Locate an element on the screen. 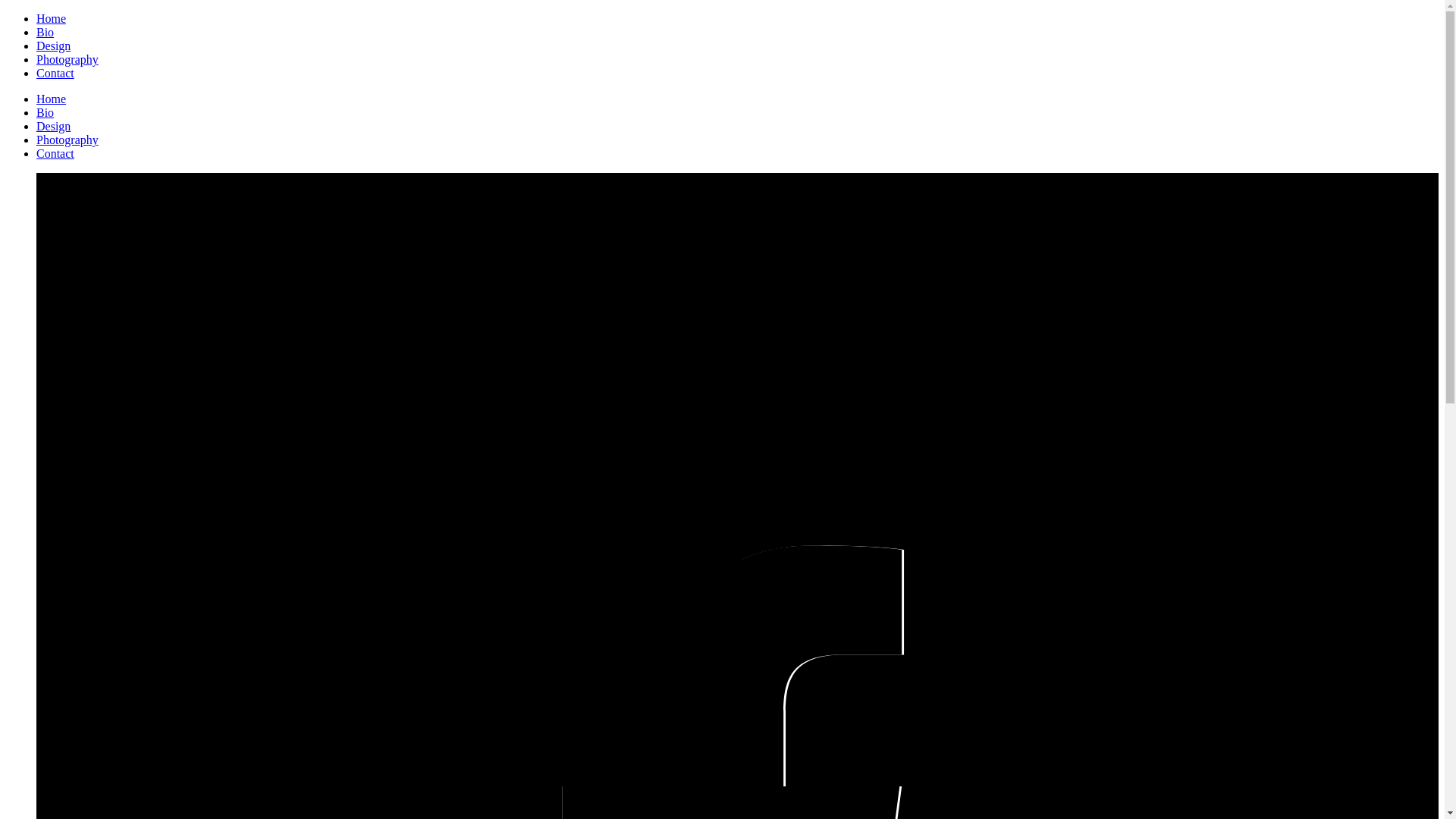 This screenshot has width=1456, height=819. 'Bio' is located at coordinates (45, 111).